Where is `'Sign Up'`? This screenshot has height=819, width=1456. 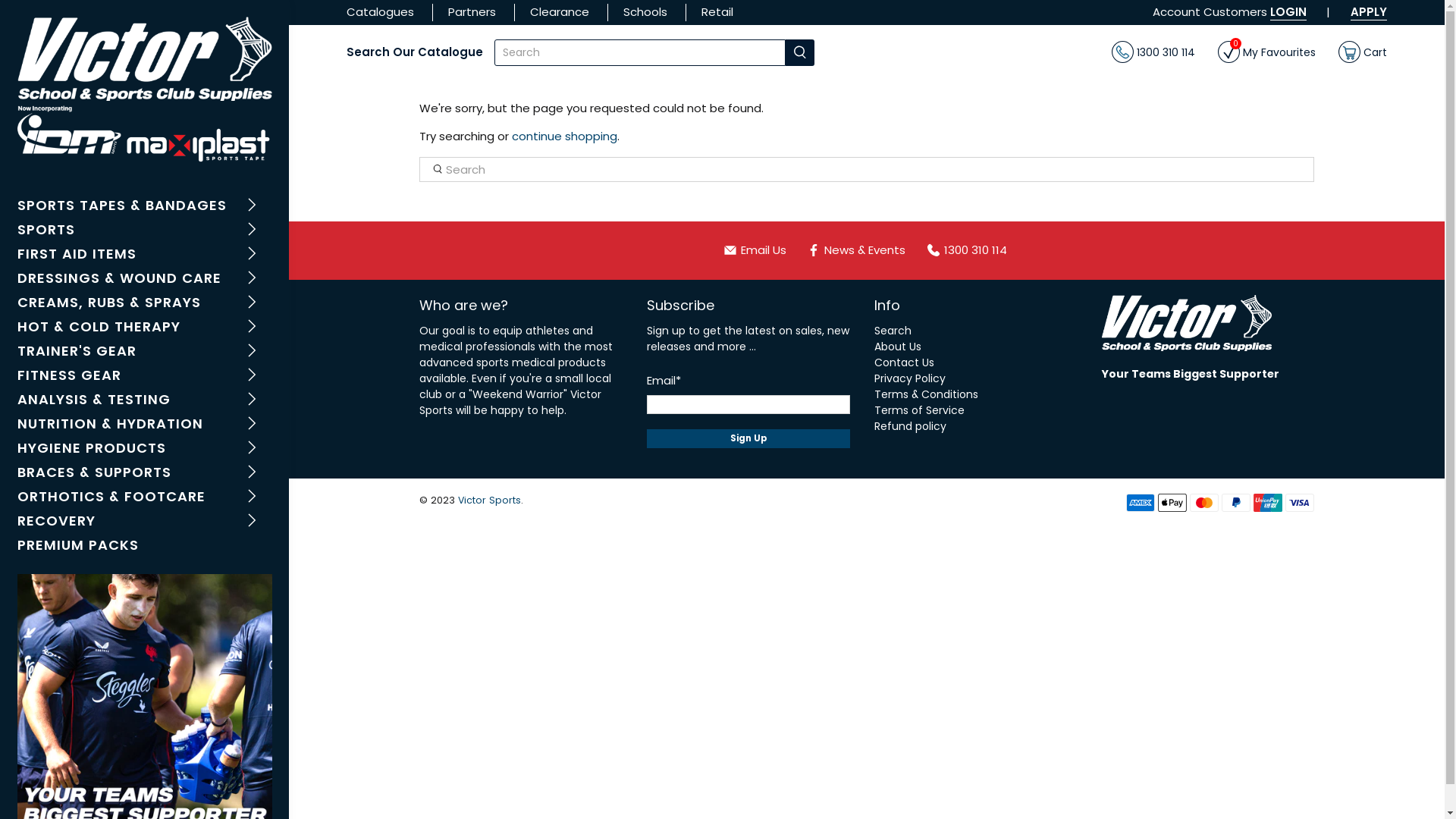 'Sign Up' is located at coordinates (647, 438).